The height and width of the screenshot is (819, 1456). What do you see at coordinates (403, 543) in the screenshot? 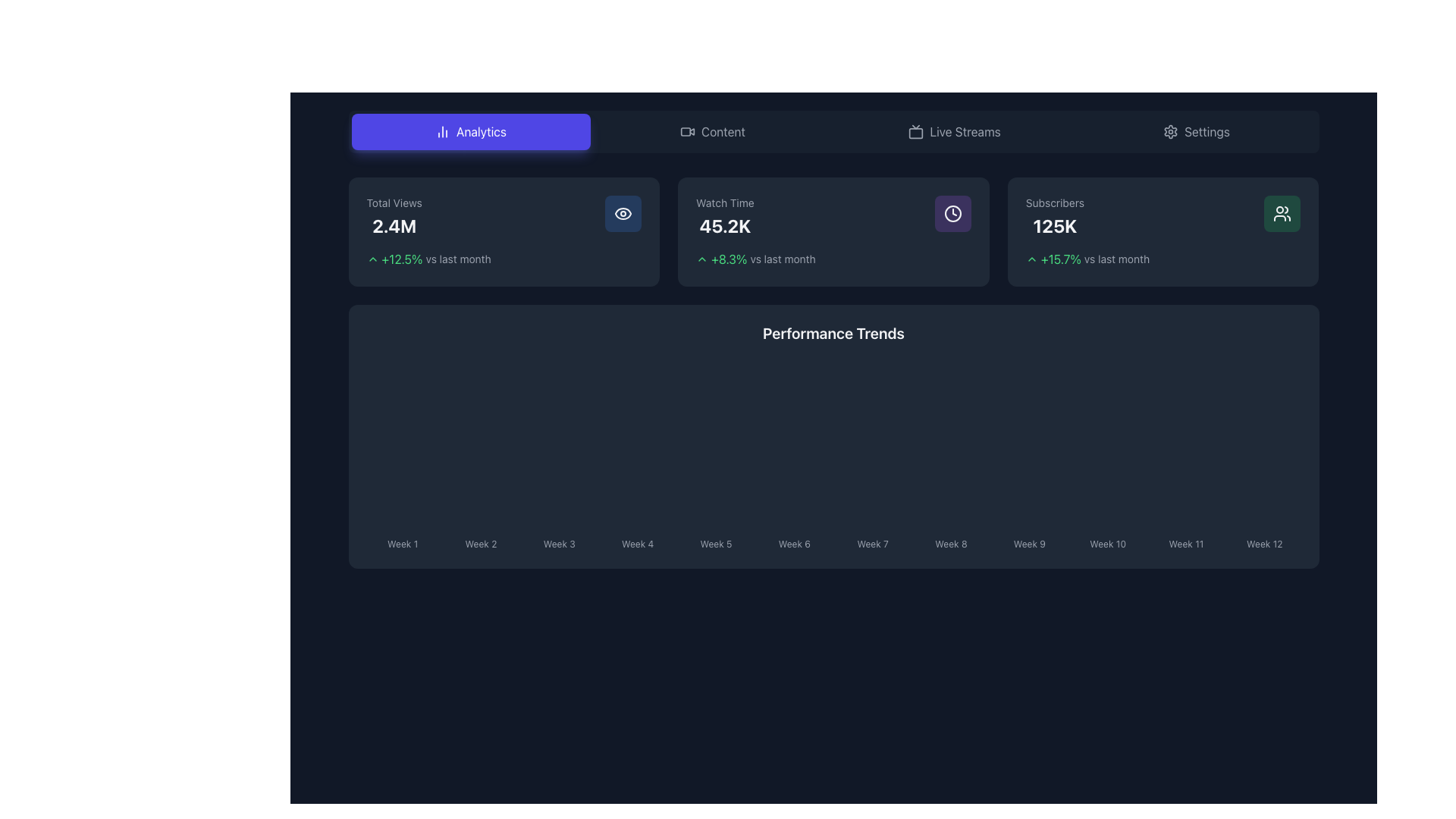
I see `the first week's performance data label, which is located at the bottom-left corner of the trend tracking interface, directly to the left of 'Week 2'` at bounding box center [403, 543].